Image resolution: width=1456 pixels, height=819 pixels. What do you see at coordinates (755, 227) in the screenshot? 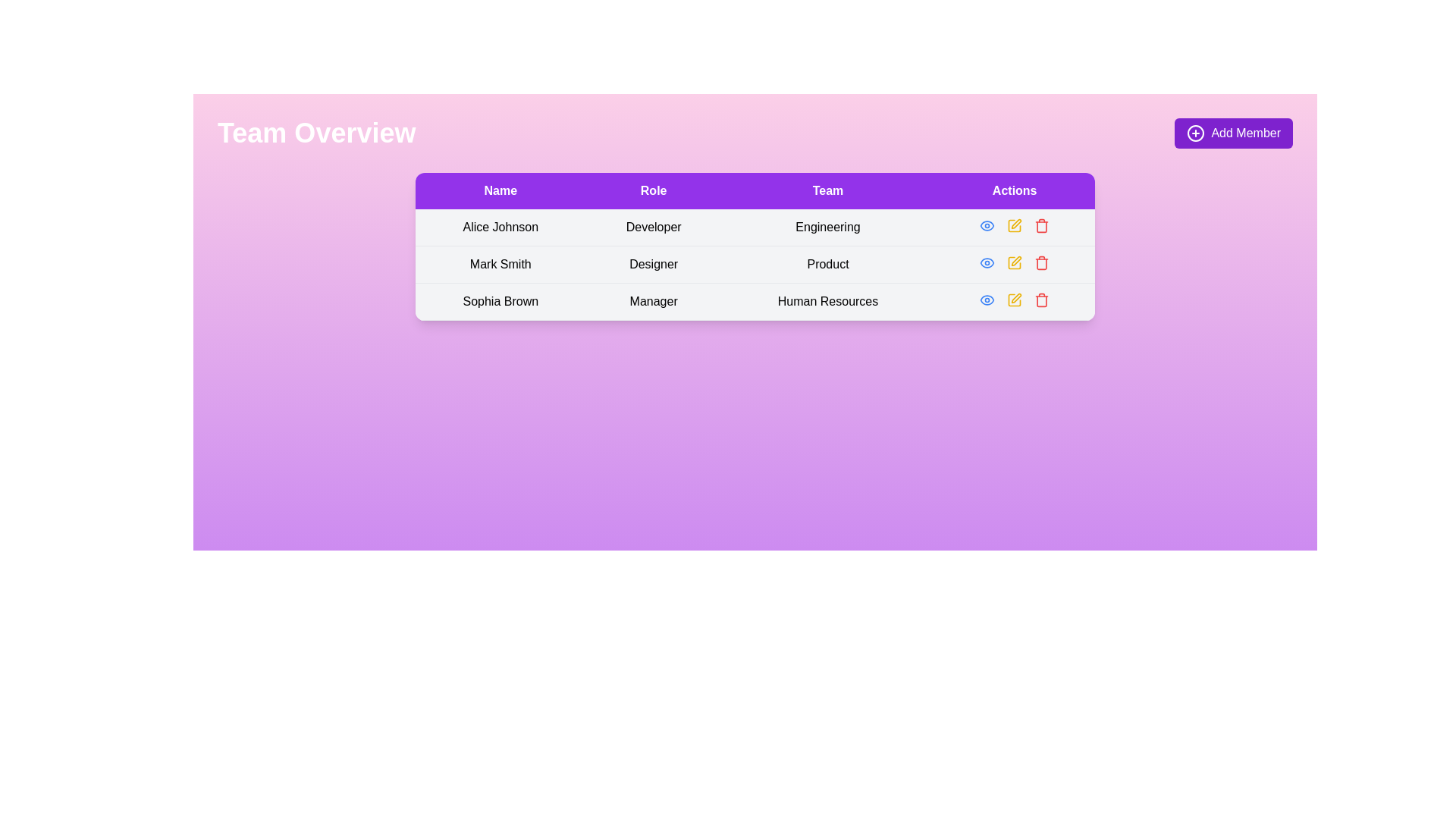
I see `the first table row containing information about the team member 'Alice Johnson', who is a 'Developer' in the 'Engineering' team` at bounding box center [755, 227].